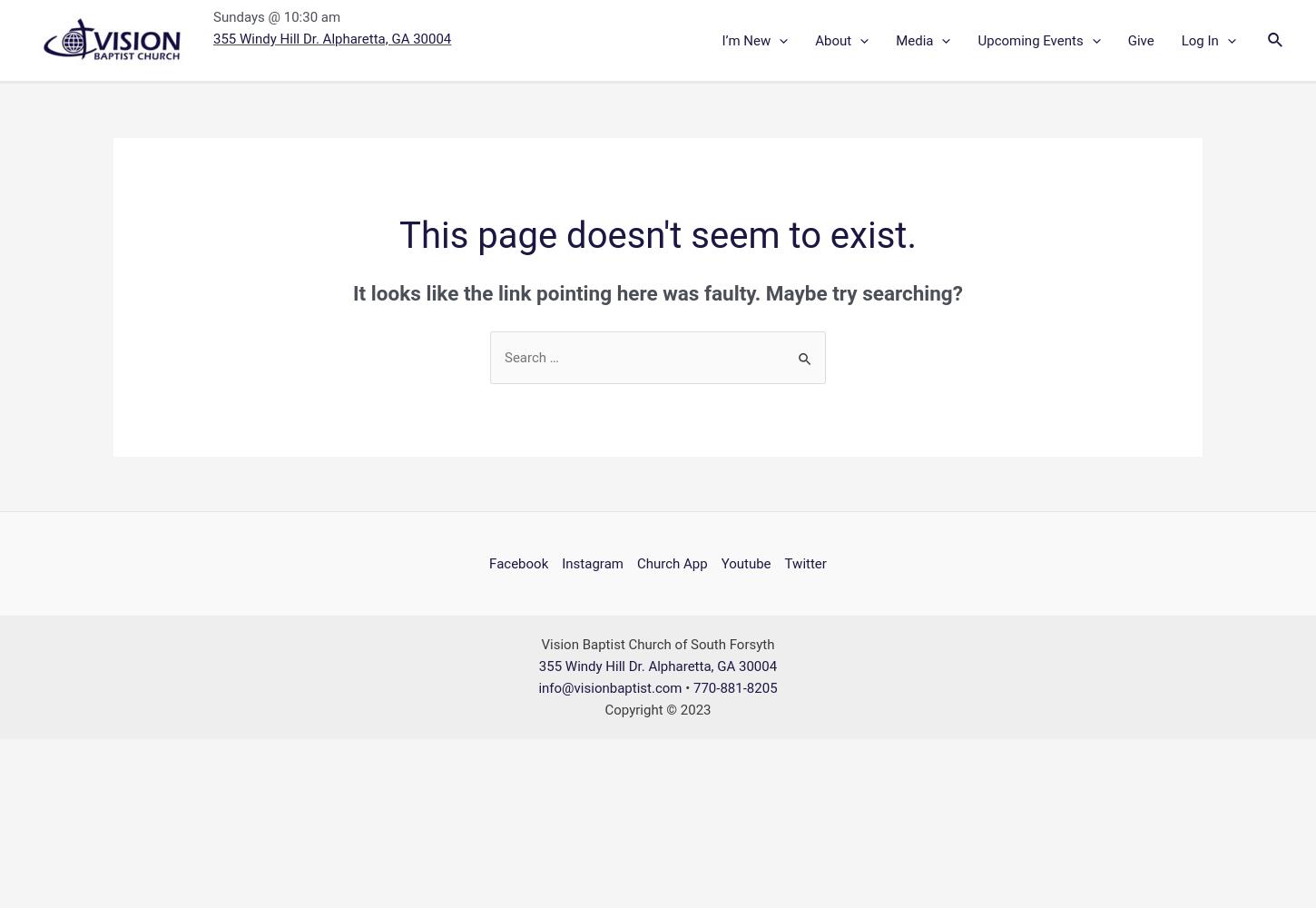  Describe the element at coordinates (352, 291) in the screenshot. I see `'It looks like the link pointing here was faulty. Maybe try searching?'` at that location.